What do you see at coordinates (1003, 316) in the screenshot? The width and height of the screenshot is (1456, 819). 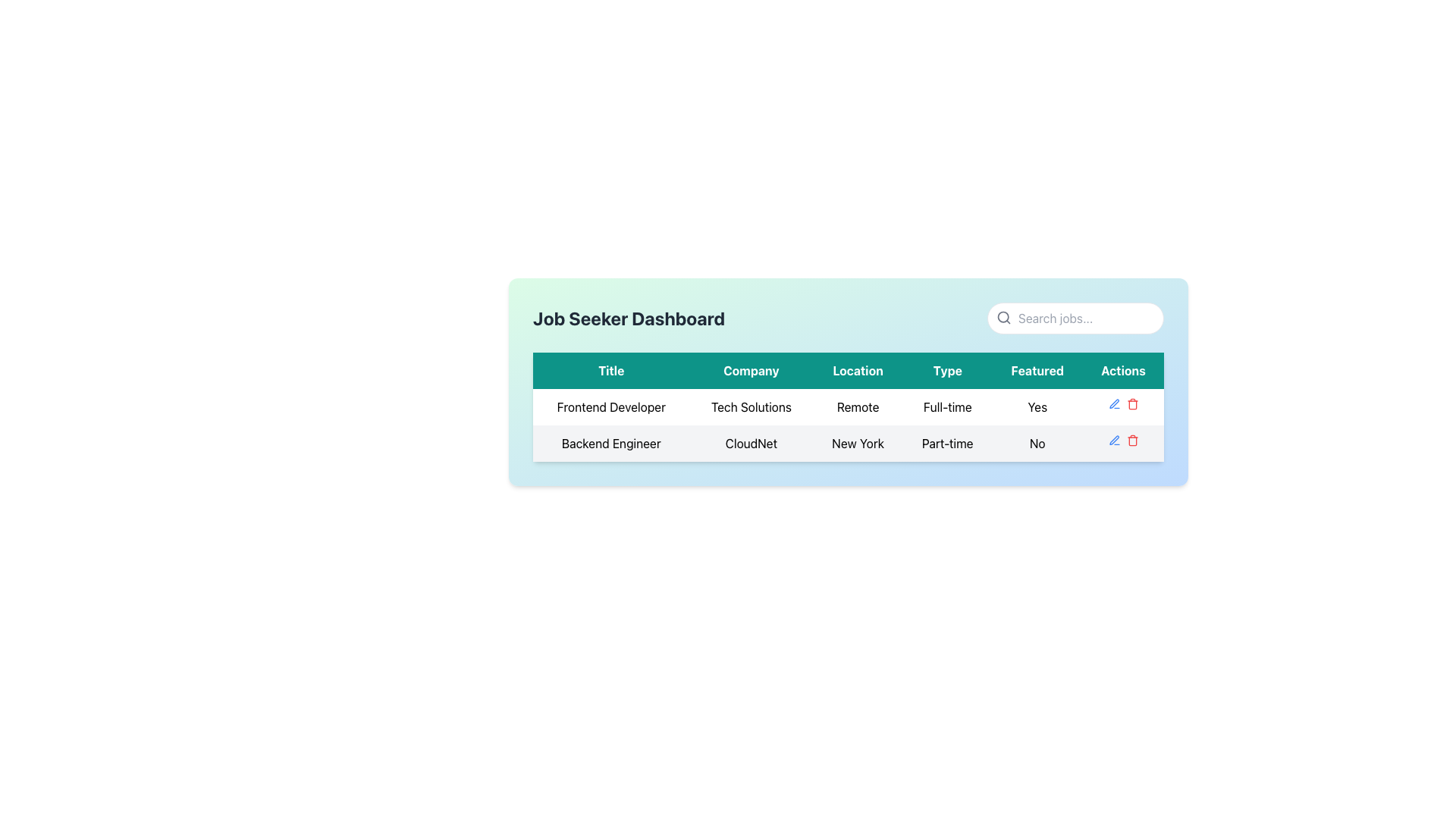 I see `the SVG Circle that is part of the search icon located at the top-right of the dashboard interface, near the 'Search jobs...' text input field` at bounding box center [1003, 316].